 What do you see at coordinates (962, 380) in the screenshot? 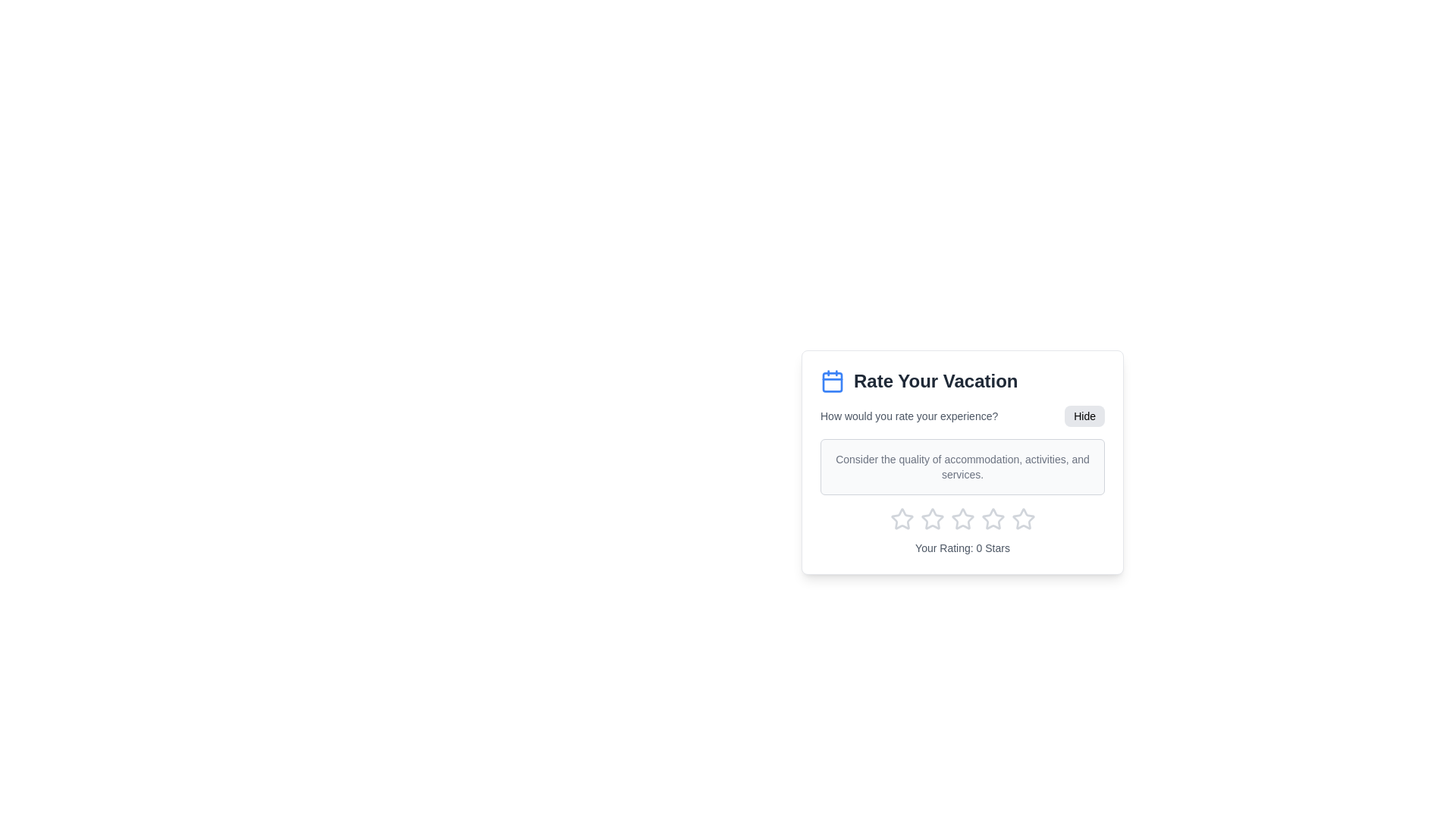
I see `the header element that indicates the purpose of the embedded section related to rating a vacation, positioned above the phrase 'How would you rate your experience?'` at bounding box center [962, 380].